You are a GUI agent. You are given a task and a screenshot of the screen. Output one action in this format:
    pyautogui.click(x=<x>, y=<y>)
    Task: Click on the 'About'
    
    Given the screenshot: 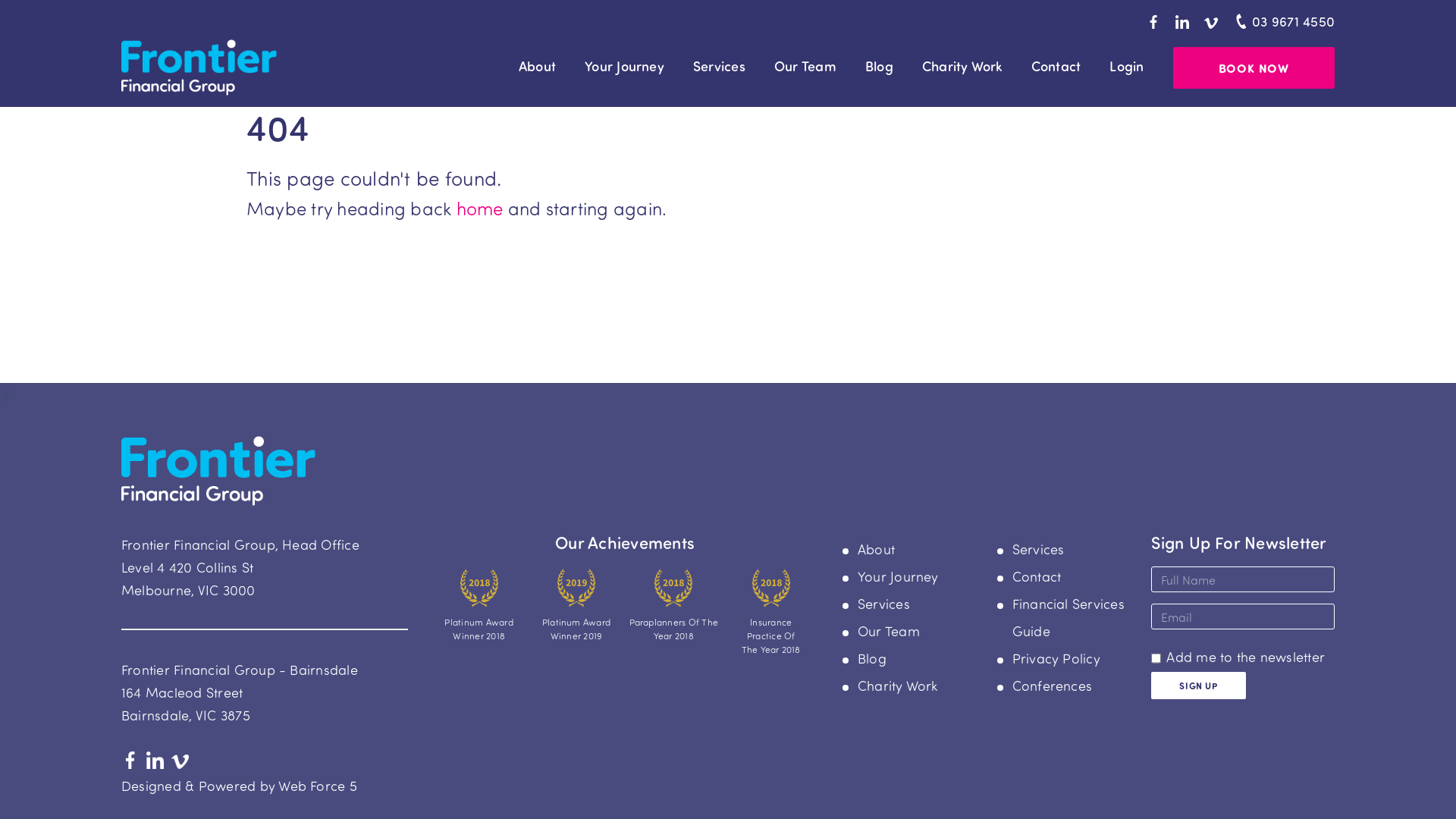 What is the action you would take?
    pyautogui.click(x=537, y=65)
    